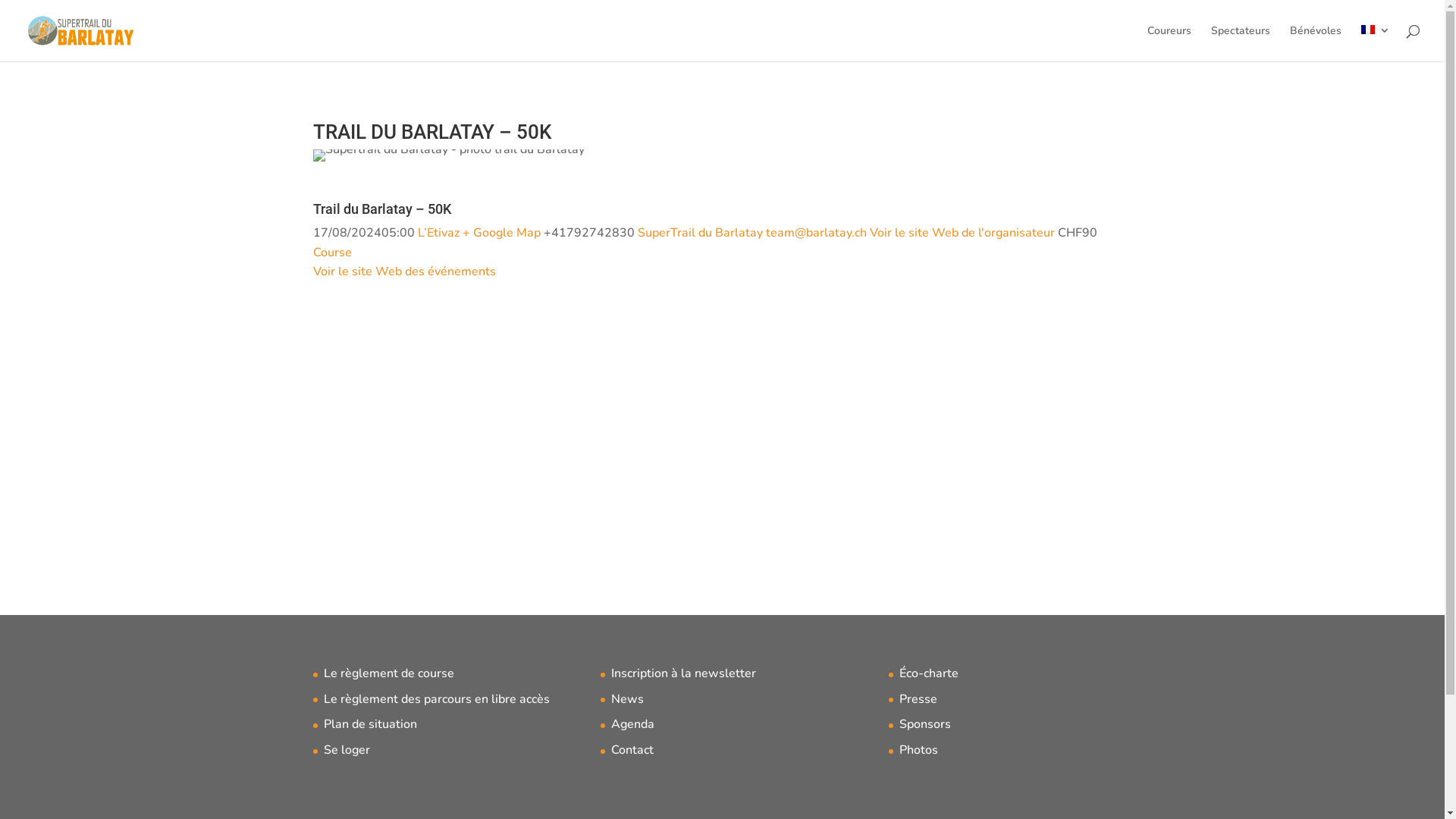  I want to click on 'Coureurs', so click(1147, 42).